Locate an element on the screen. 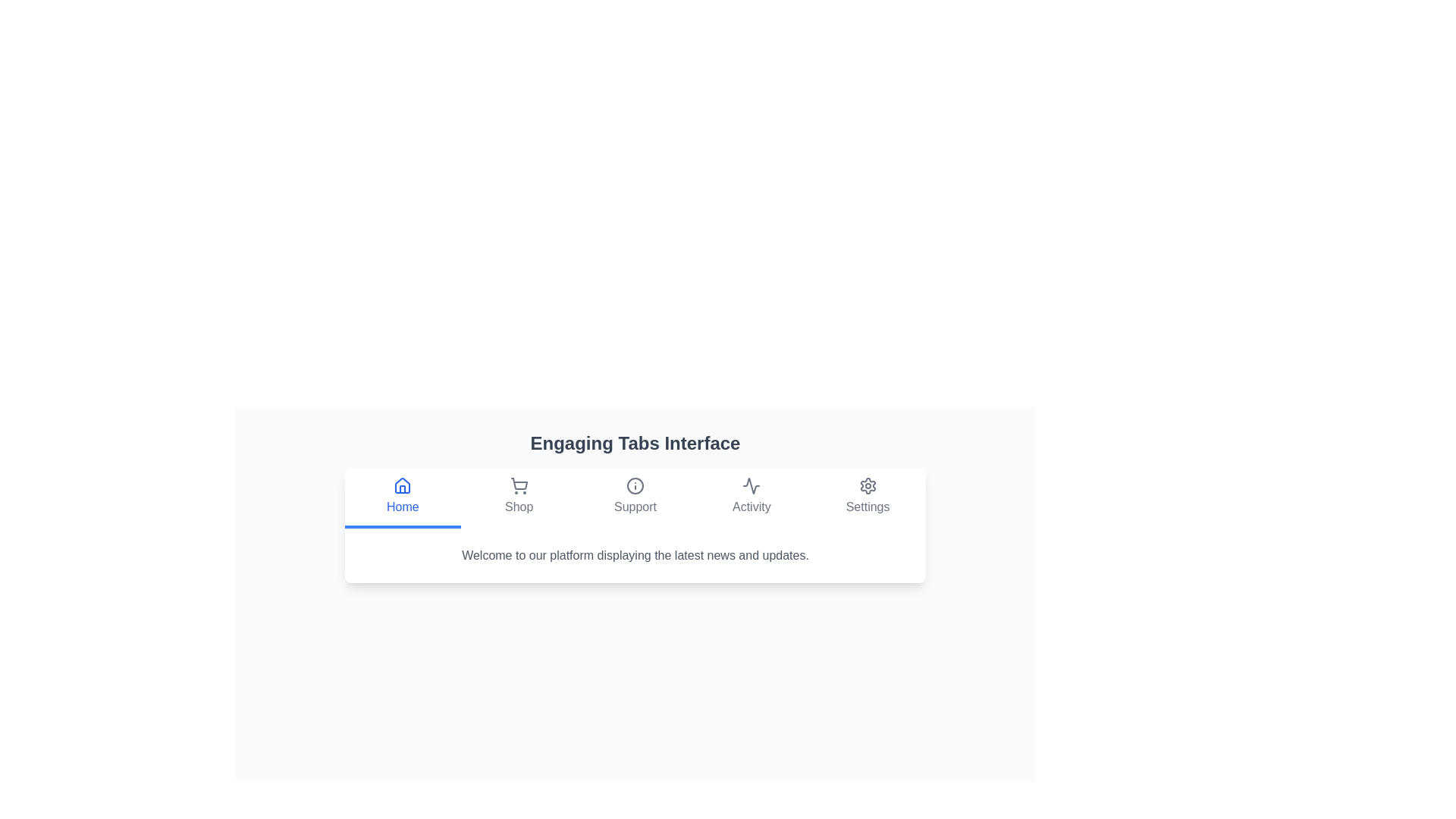 The image size is (1456, 819). the 'Support' navigation tab, which features an 'i' icon in a circular frame and the label 'Support' beneath it is located at coordinates (635, 497).